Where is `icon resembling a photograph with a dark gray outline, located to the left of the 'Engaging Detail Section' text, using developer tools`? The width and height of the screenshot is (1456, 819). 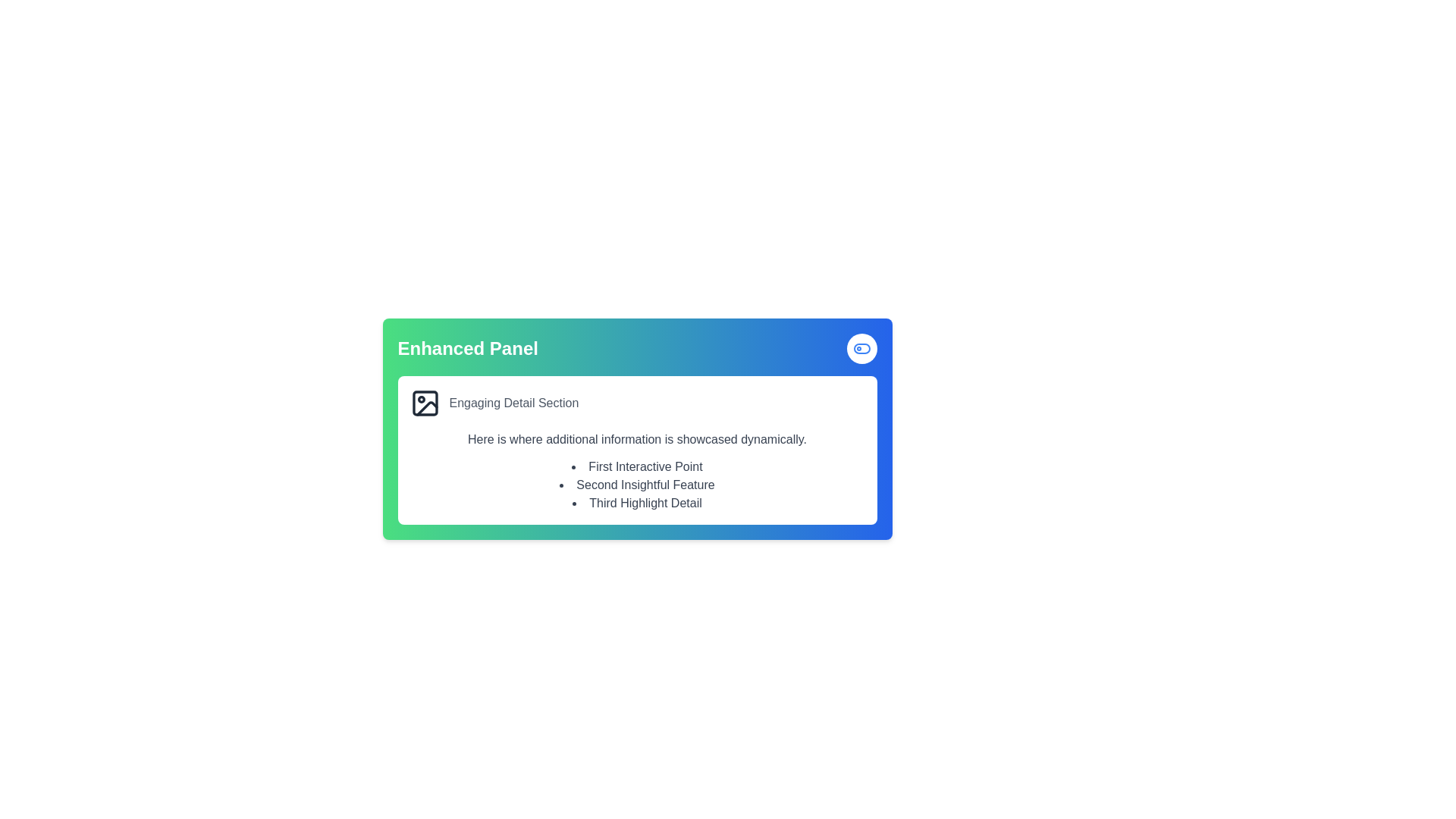 icon resembling a photograph with a dark gray outline, located to the left of the 'Engaging Detail Section' text, using developer tools is located at coordinates (425, 403).